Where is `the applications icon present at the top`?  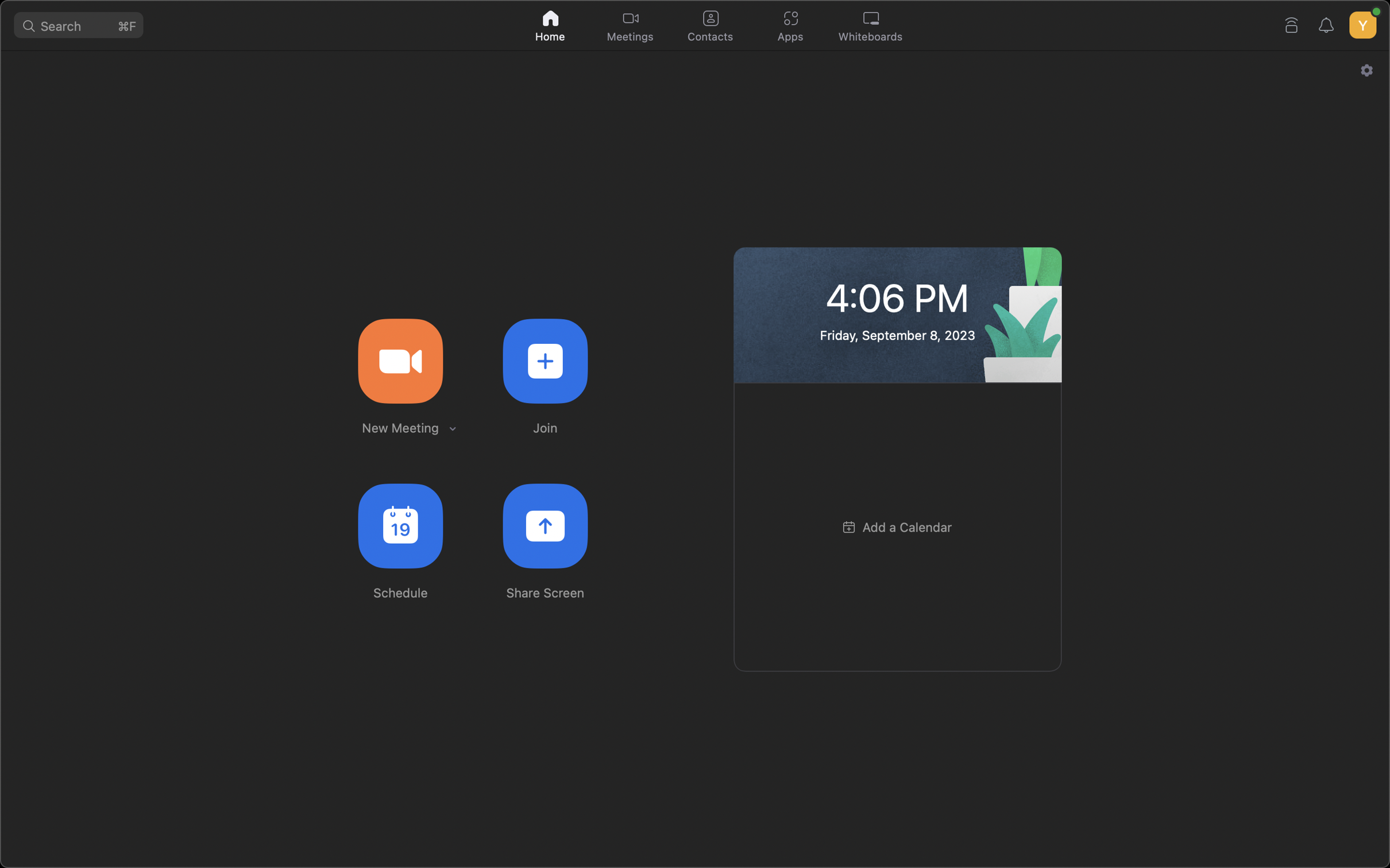
the applications icon present at the top is located at coordinates (792, 24).